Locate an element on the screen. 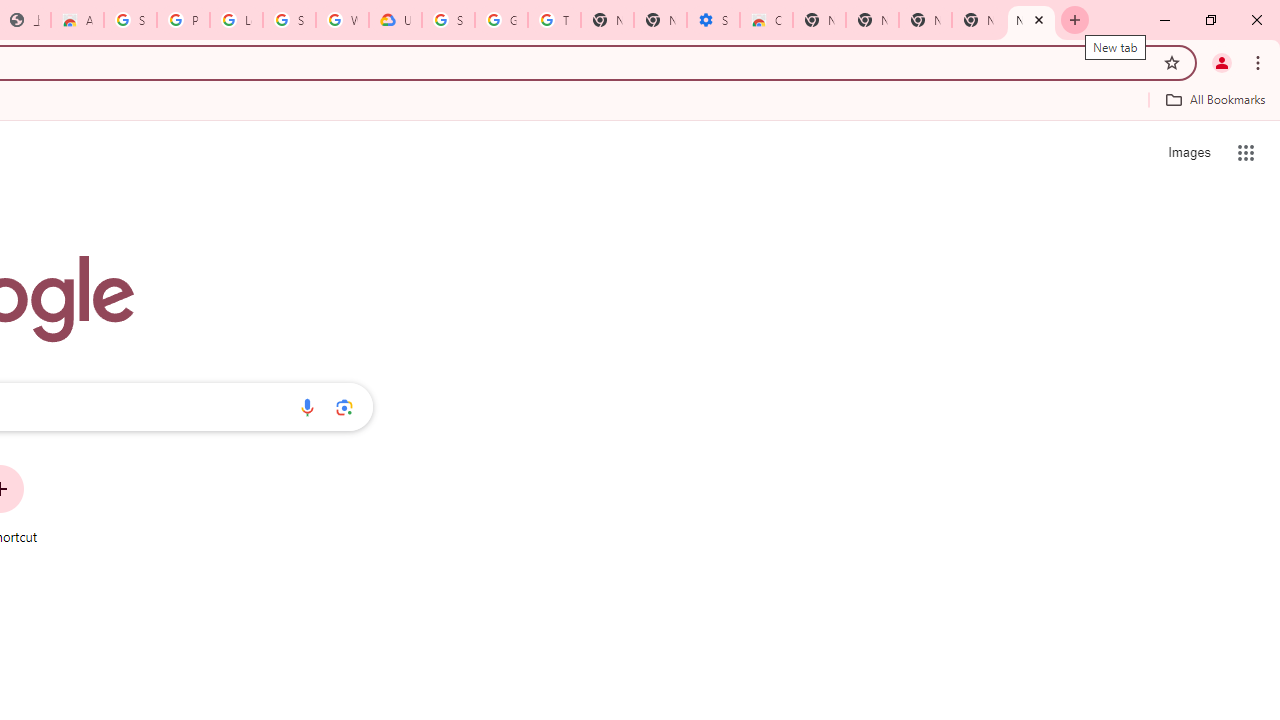 The width and height of the screenshot is (1280, 720). 'Who are Google' is located at coordinates (342, 20).